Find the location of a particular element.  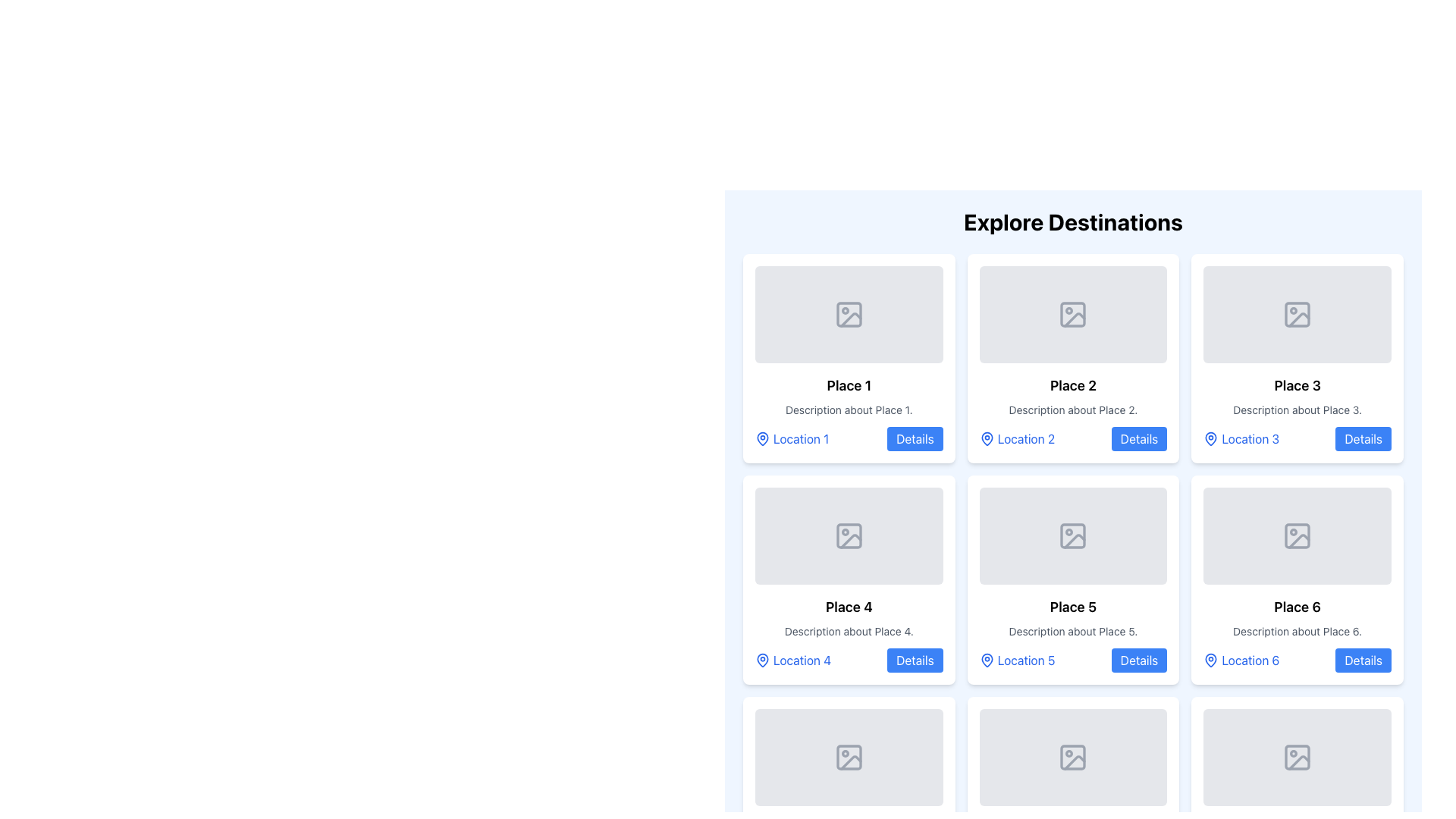

the placeholder image icon located in the upper central section of the card labeled 'Place 5', which features a light gray background and a circular detail to the left with a diagonal line across is located at coordinates (1072, 535).